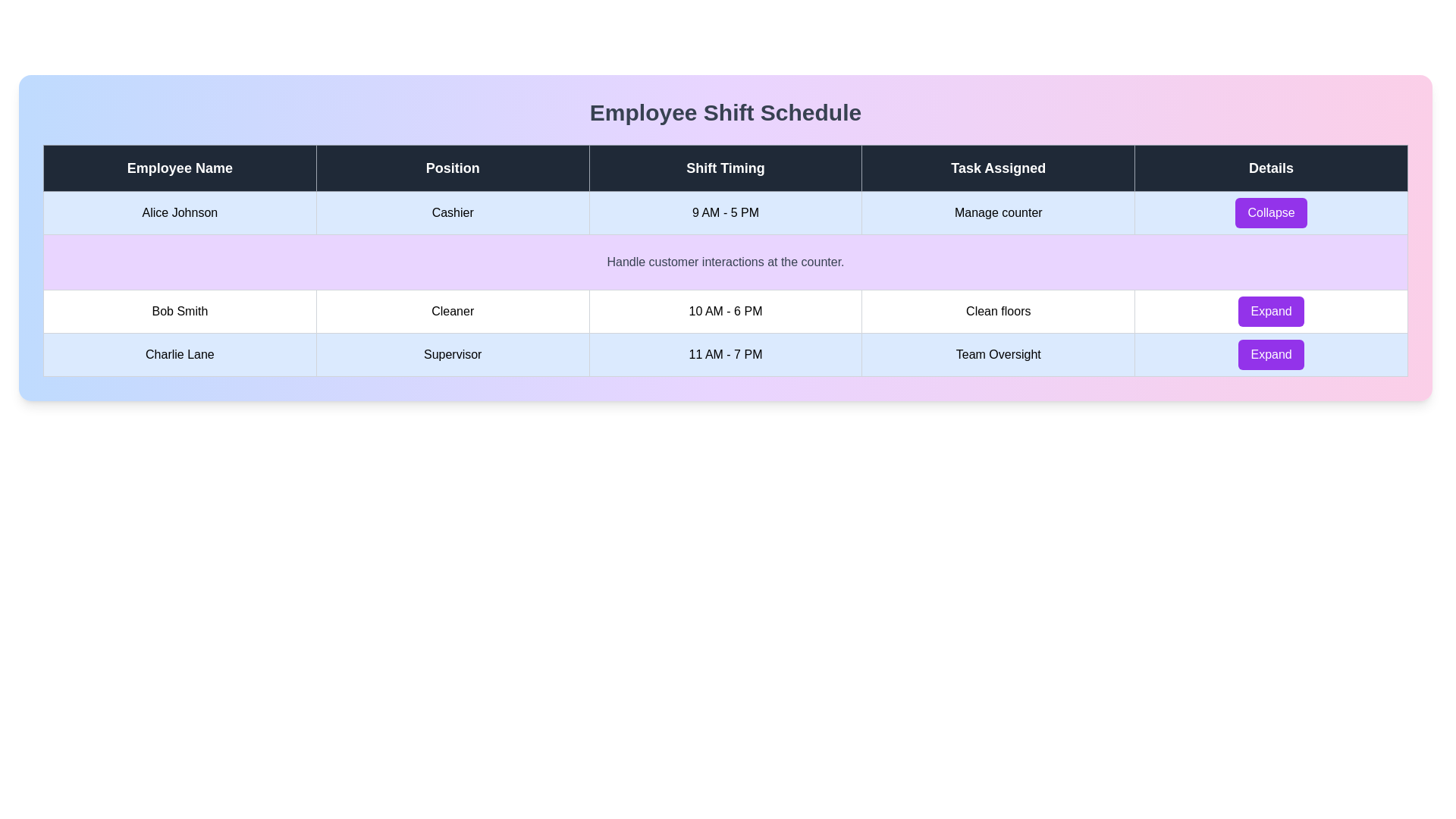 Image resolution: width=1456 pixels, height=819 pixels. Describe the element at coordinates (998, 311) in the screenshot. I see `the text label that provides information about the task assigned to an individual, located in the fourth column of the second row under 'Task Assigned', adjacent to '10 AM - 6 PM' and 'Expand'` at that location.